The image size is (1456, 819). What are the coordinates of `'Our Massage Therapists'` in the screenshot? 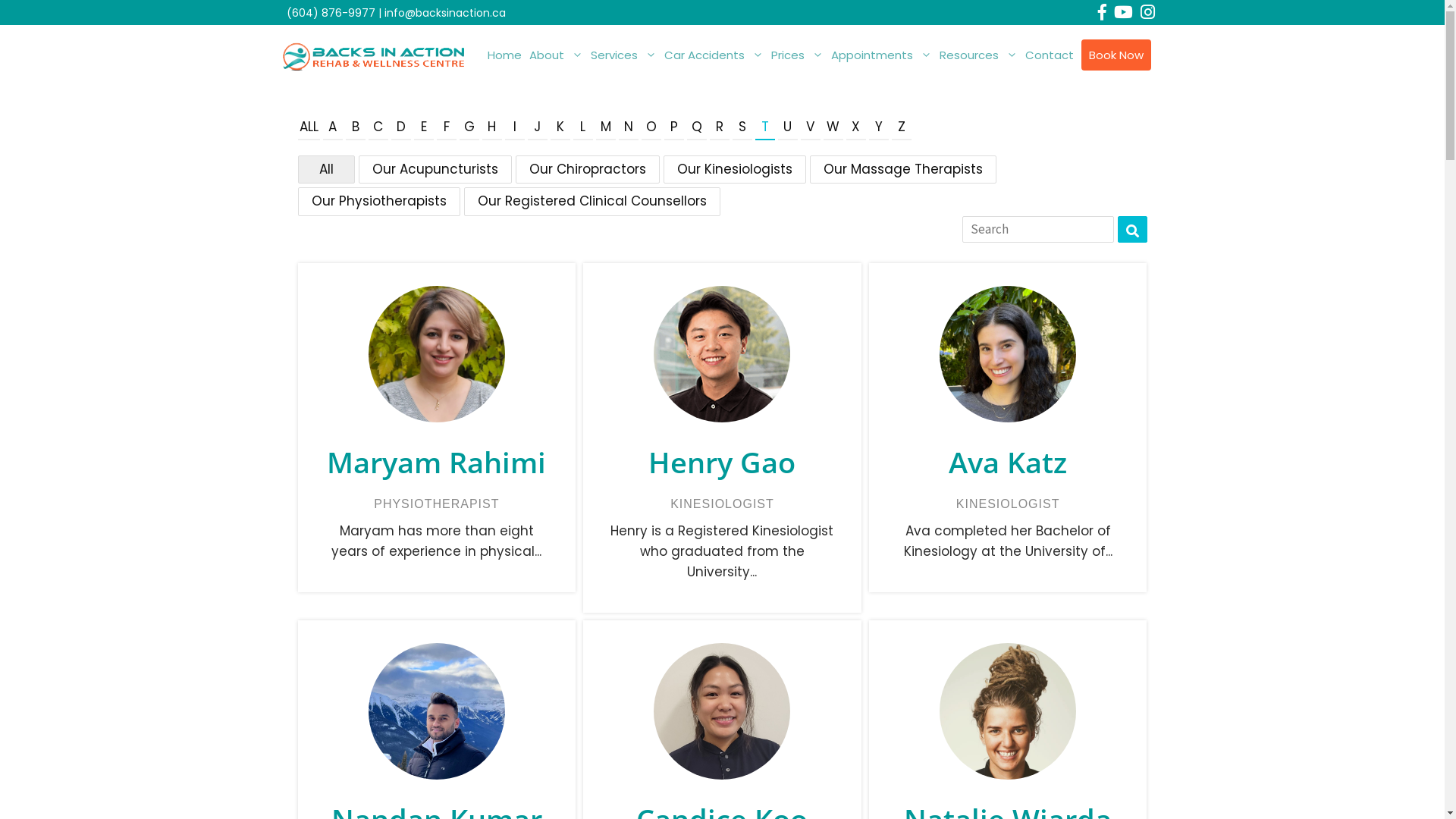 It's located at (902, 168).